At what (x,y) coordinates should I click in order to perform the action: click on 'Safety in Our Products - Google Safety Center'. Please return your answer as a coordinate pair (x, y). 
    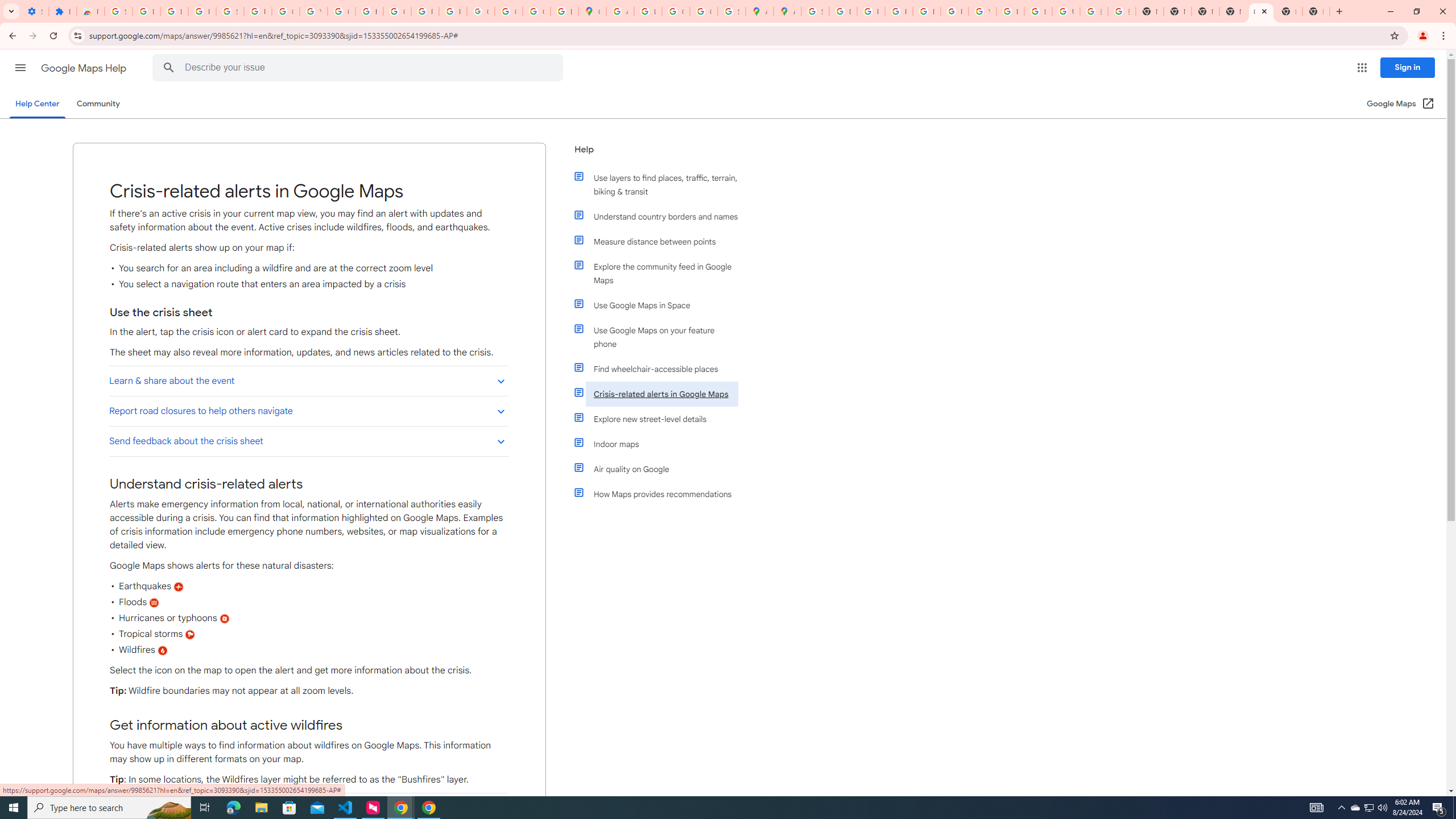
    Looking at the image, I should click on (731, 11).